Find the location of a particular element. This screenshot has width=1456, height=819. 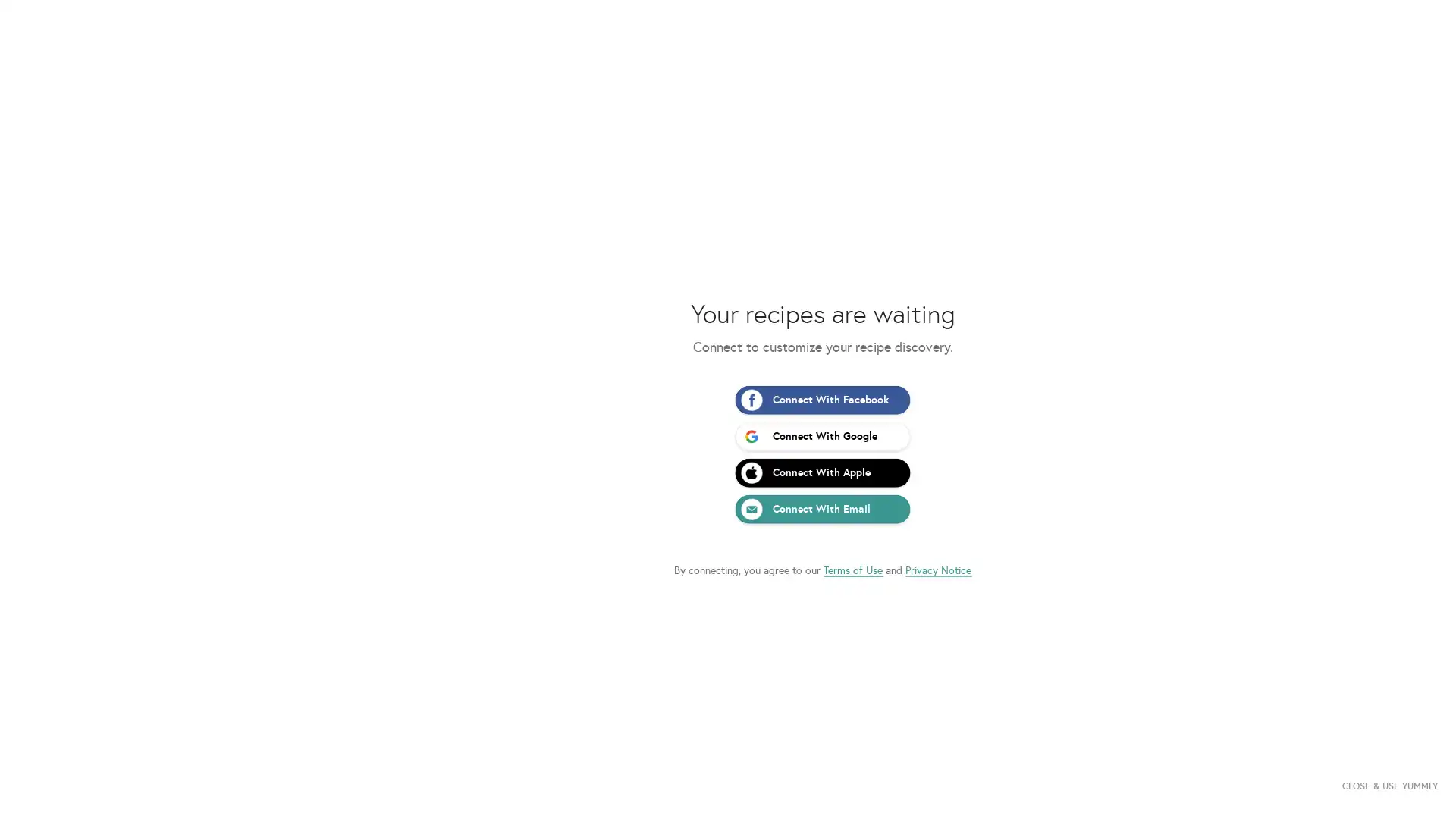

Connect with Apple is located at coordinates (726, 472).